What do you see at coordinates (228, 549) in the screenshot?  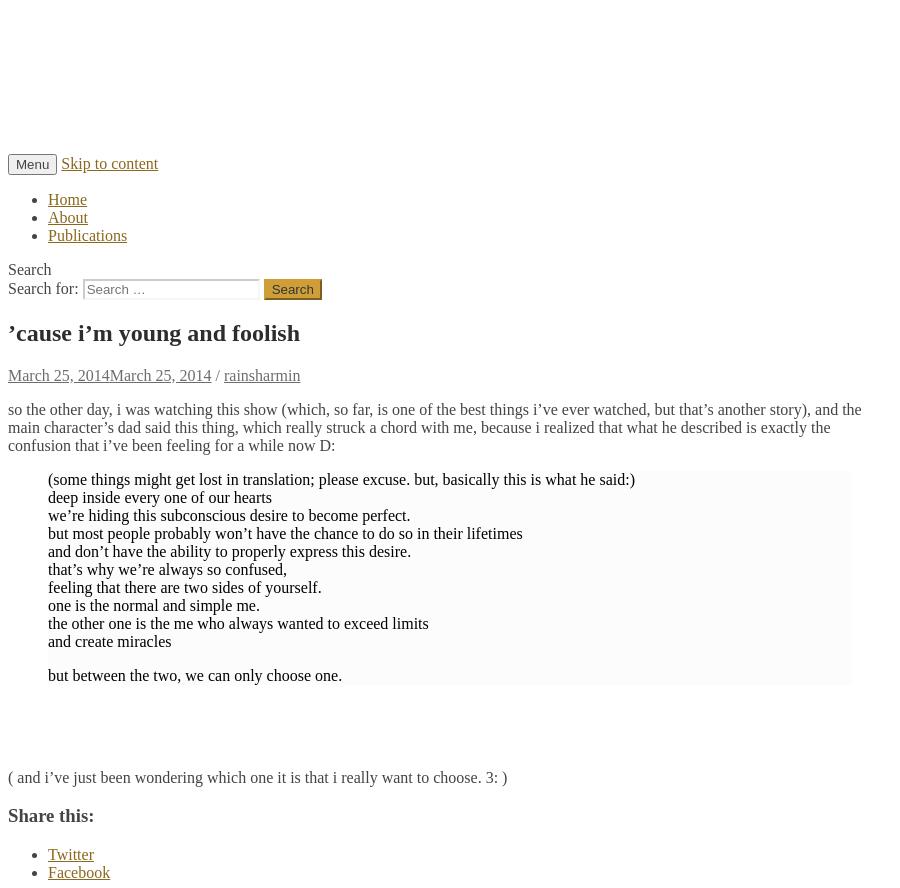 I see `'and don’t have the ability to properly express this desire.'` at bounding box center [228, 549].